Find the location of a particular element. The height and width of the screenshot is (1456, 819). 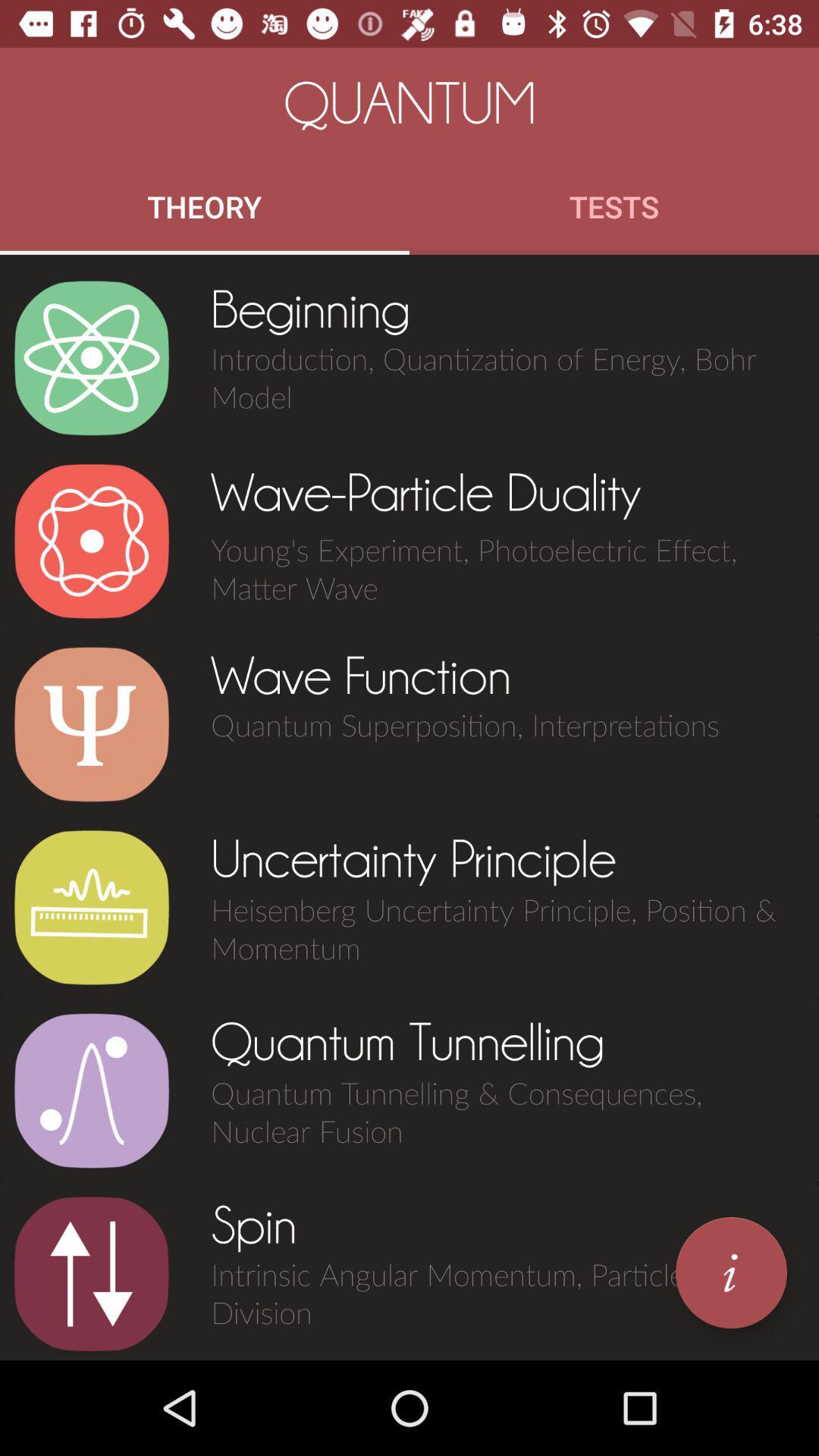

item to the right of the spin icon is located at coordinates (730, 1272).